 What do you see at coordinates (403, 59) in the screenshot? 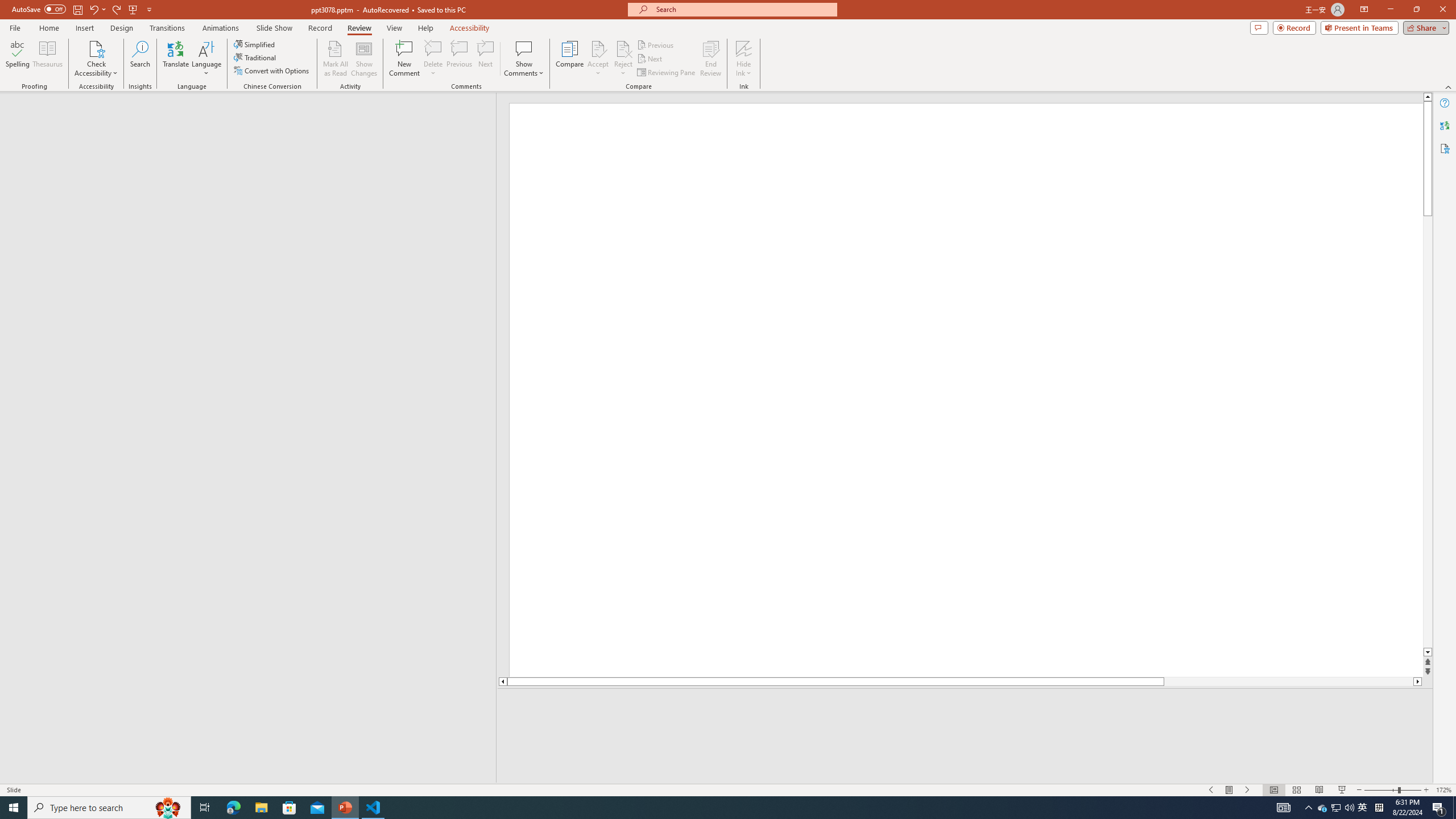
I see `'New Comment'` at bounding box center [403, 59].